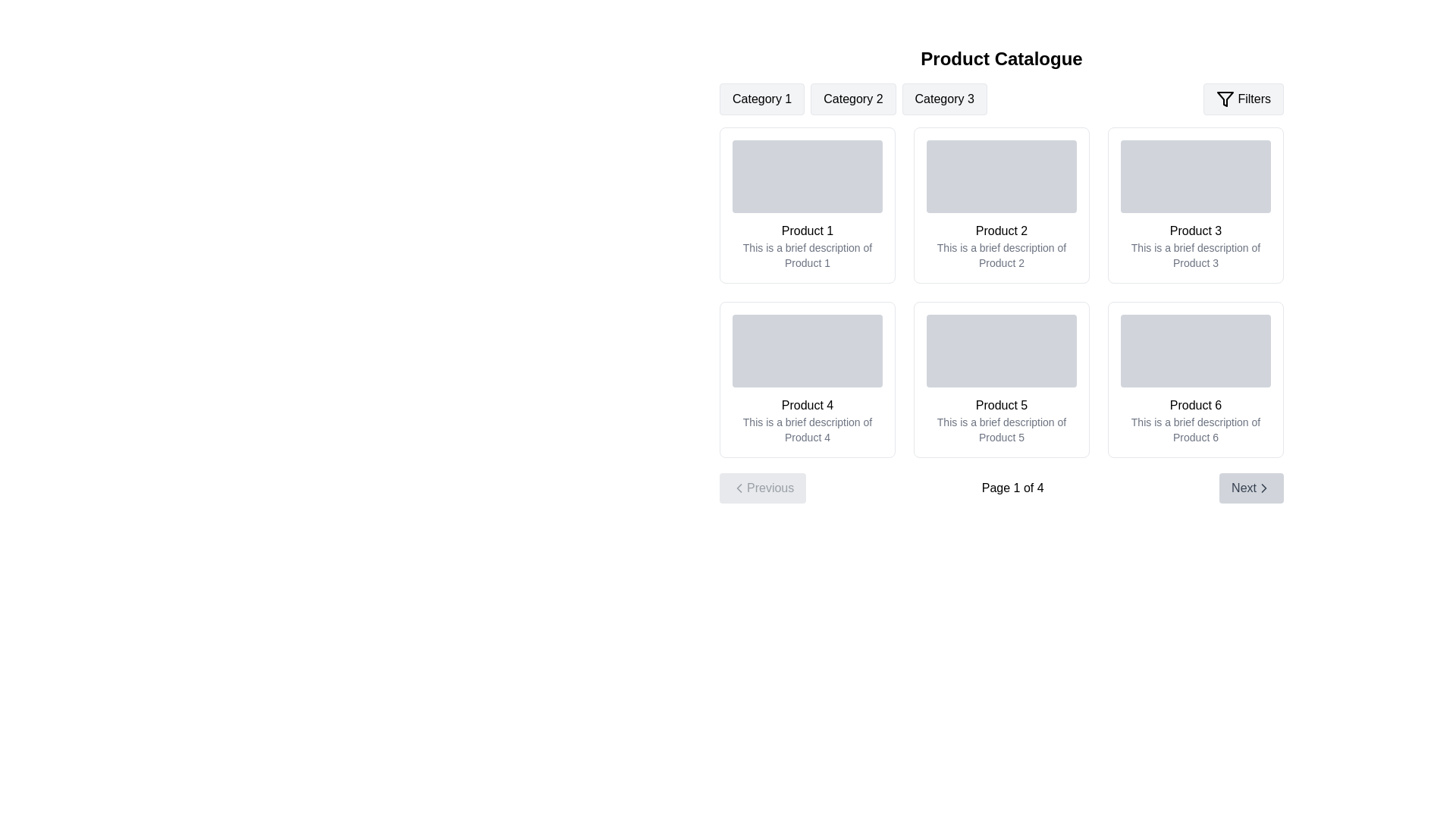  I want to click on the filter icon within the 'Filters' button located in the top-right corner of the interface to observe a tooltip or highlight, so click(1225, 99).